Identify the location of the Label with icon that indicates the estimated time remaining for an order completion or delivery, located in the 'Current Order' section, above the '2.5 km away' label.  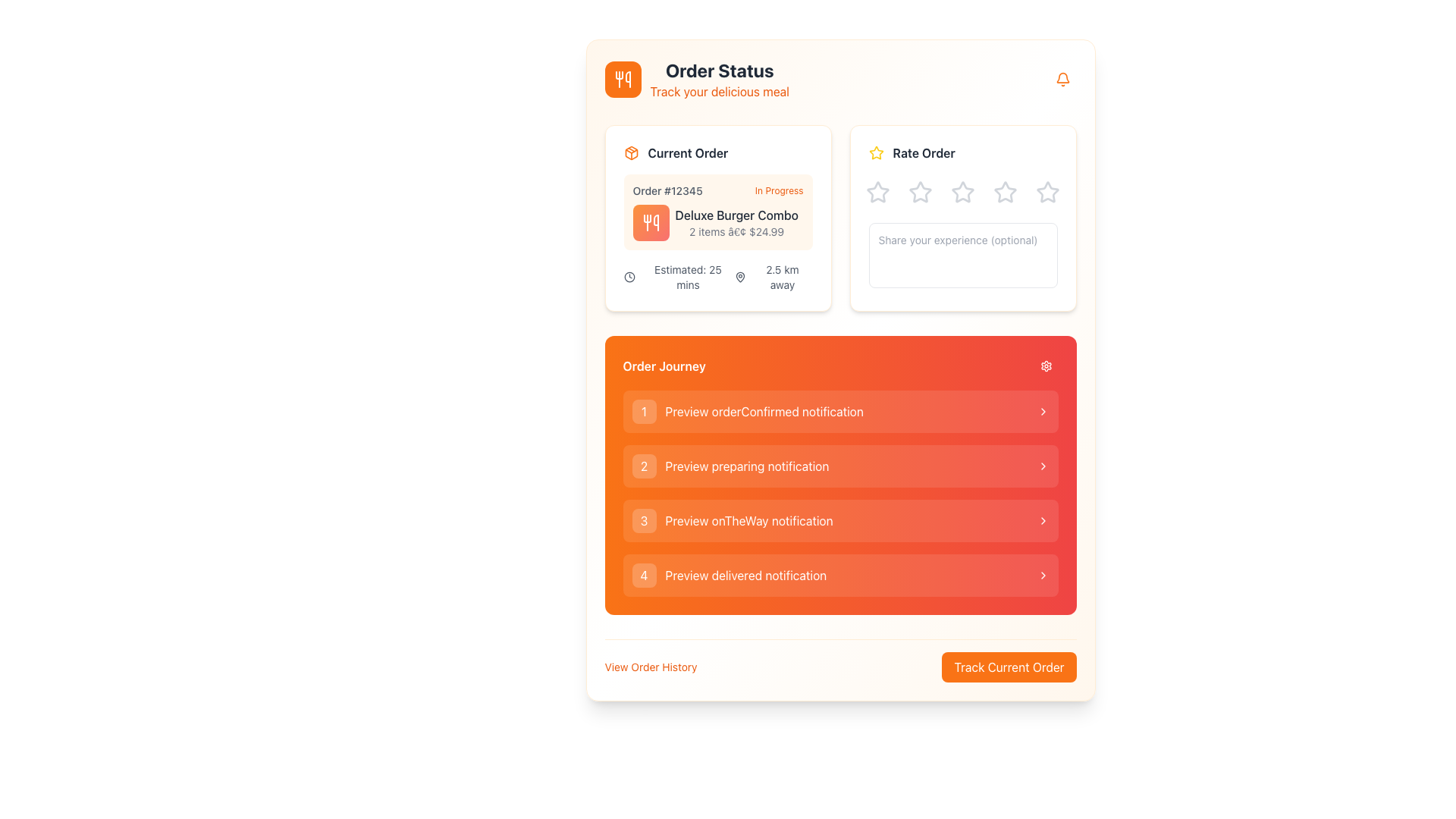
(678, 278).